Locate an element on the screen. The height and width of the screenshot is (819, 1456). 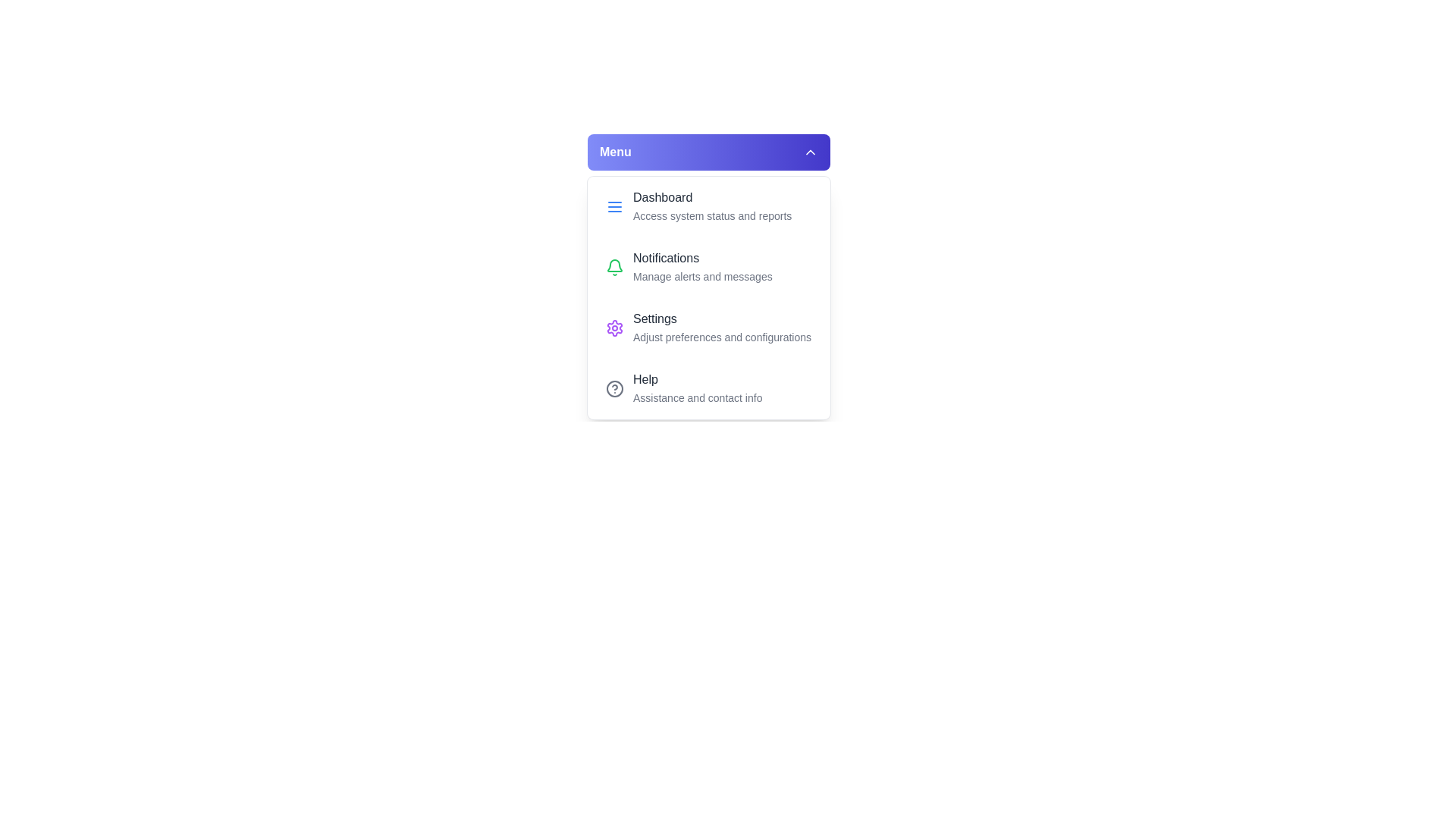
the second menu entry in the vertical list is located at coordinates (701, 267).